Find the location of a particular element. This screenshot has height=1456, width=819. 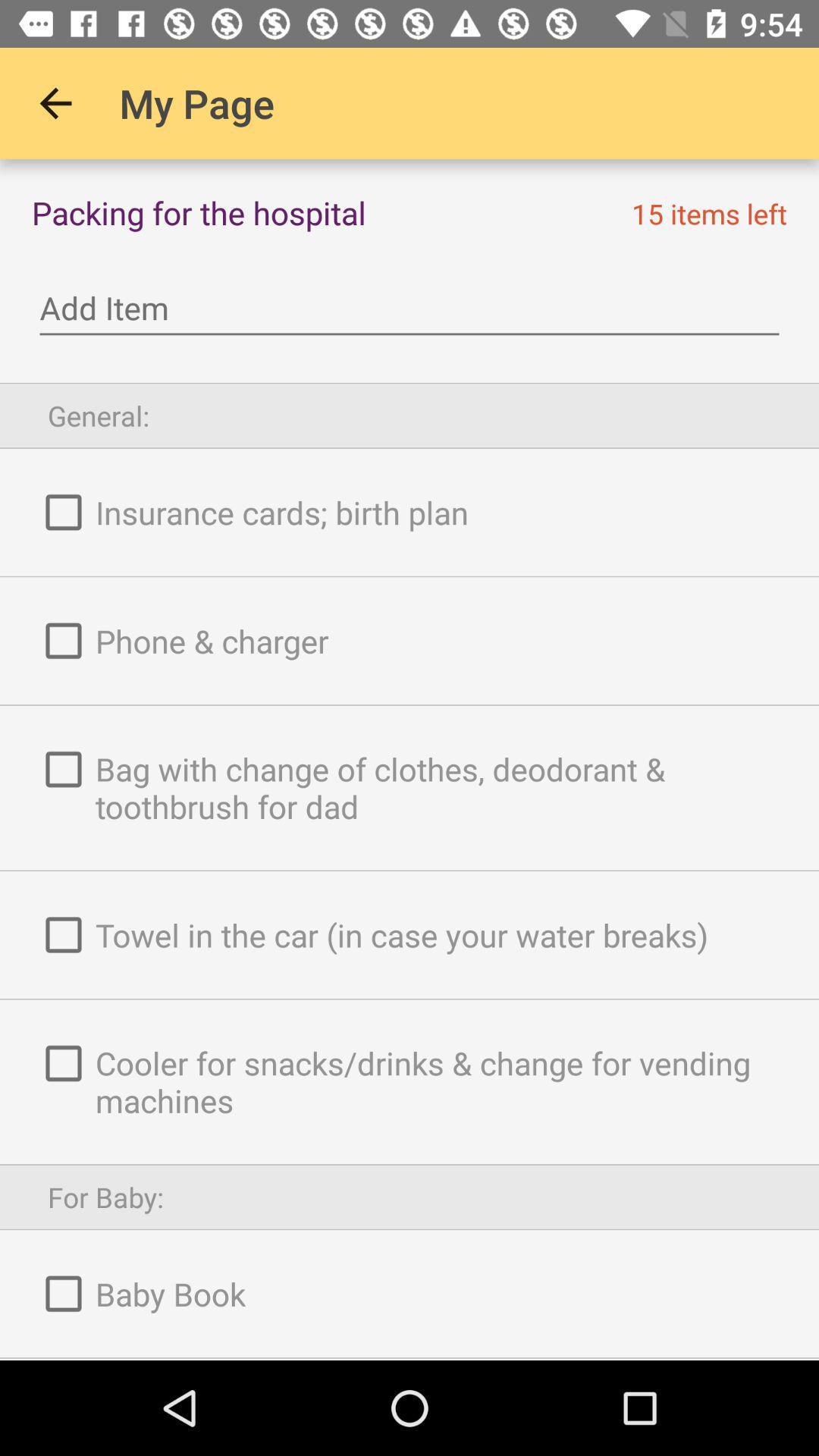

the third check box is located at coordinates (63, 769).